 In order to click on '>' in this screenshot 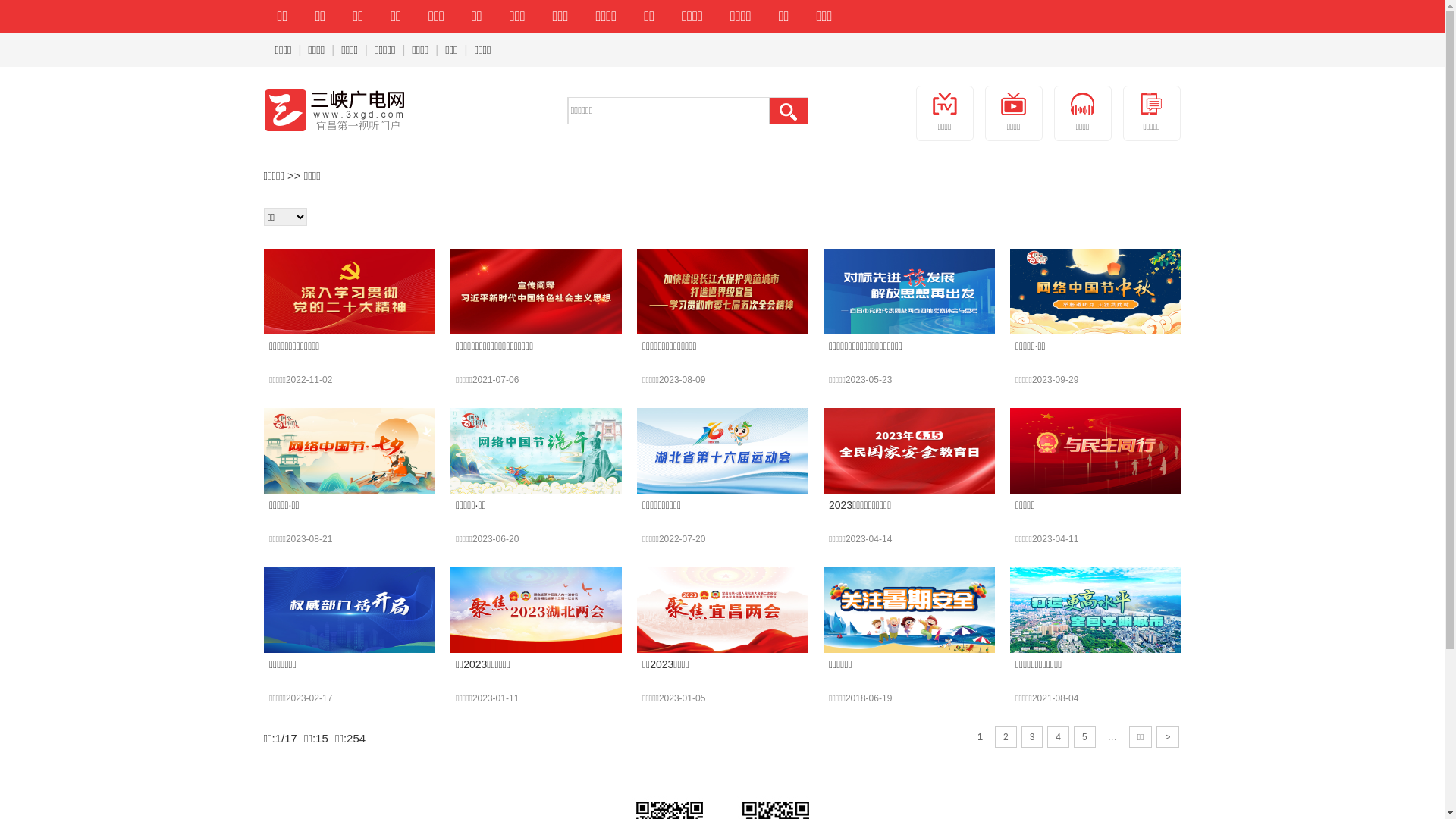, I will do `click(1166, 736)`.